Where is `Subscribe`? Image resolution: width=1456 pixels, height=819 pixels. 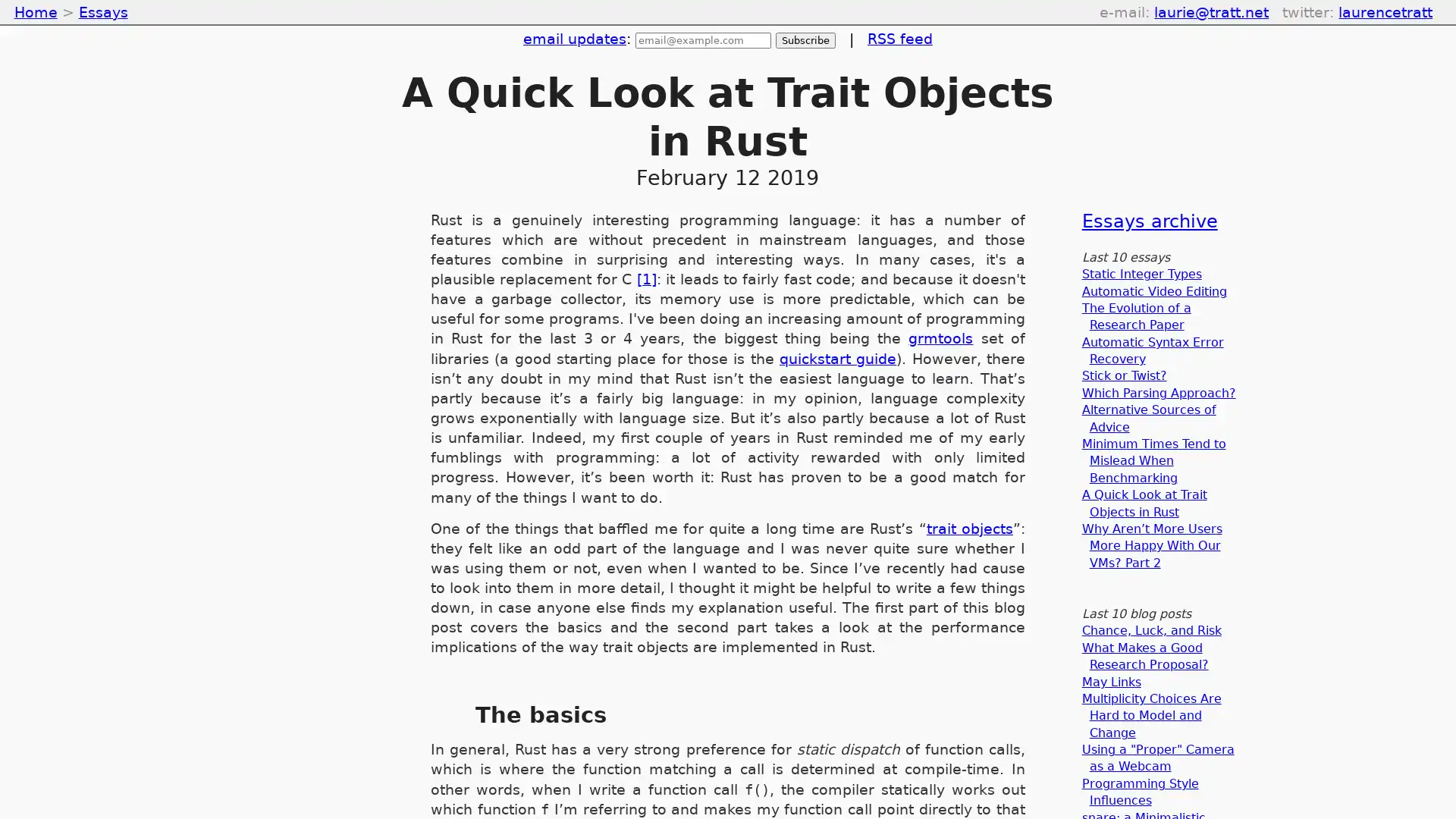
Subscribe is located at coordinates (804, 39).